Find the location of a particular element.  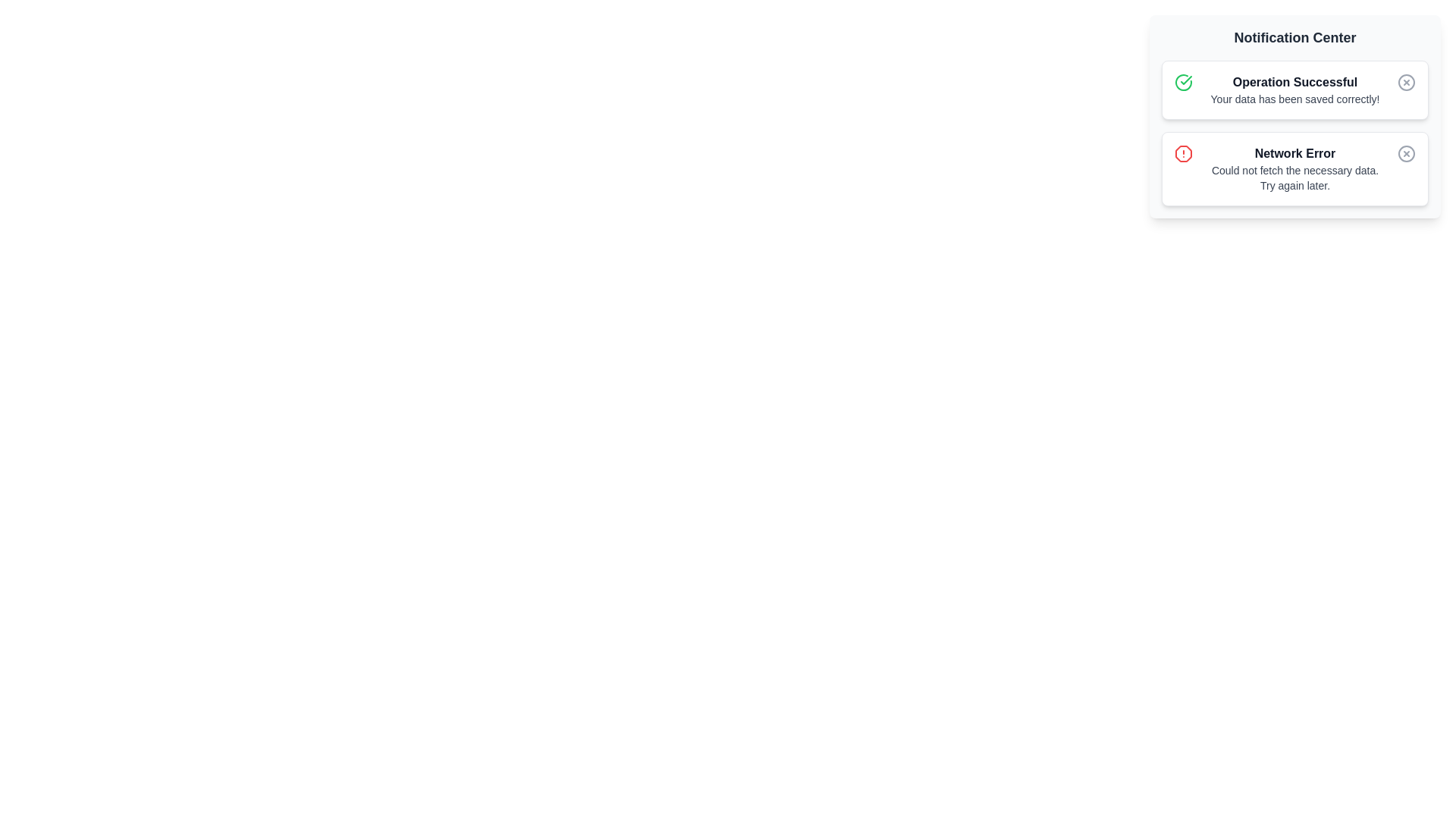

the green checkmark icon located within the circular outline of the 'Operation Successful' notification entry is located at coordinates (1185, 80).